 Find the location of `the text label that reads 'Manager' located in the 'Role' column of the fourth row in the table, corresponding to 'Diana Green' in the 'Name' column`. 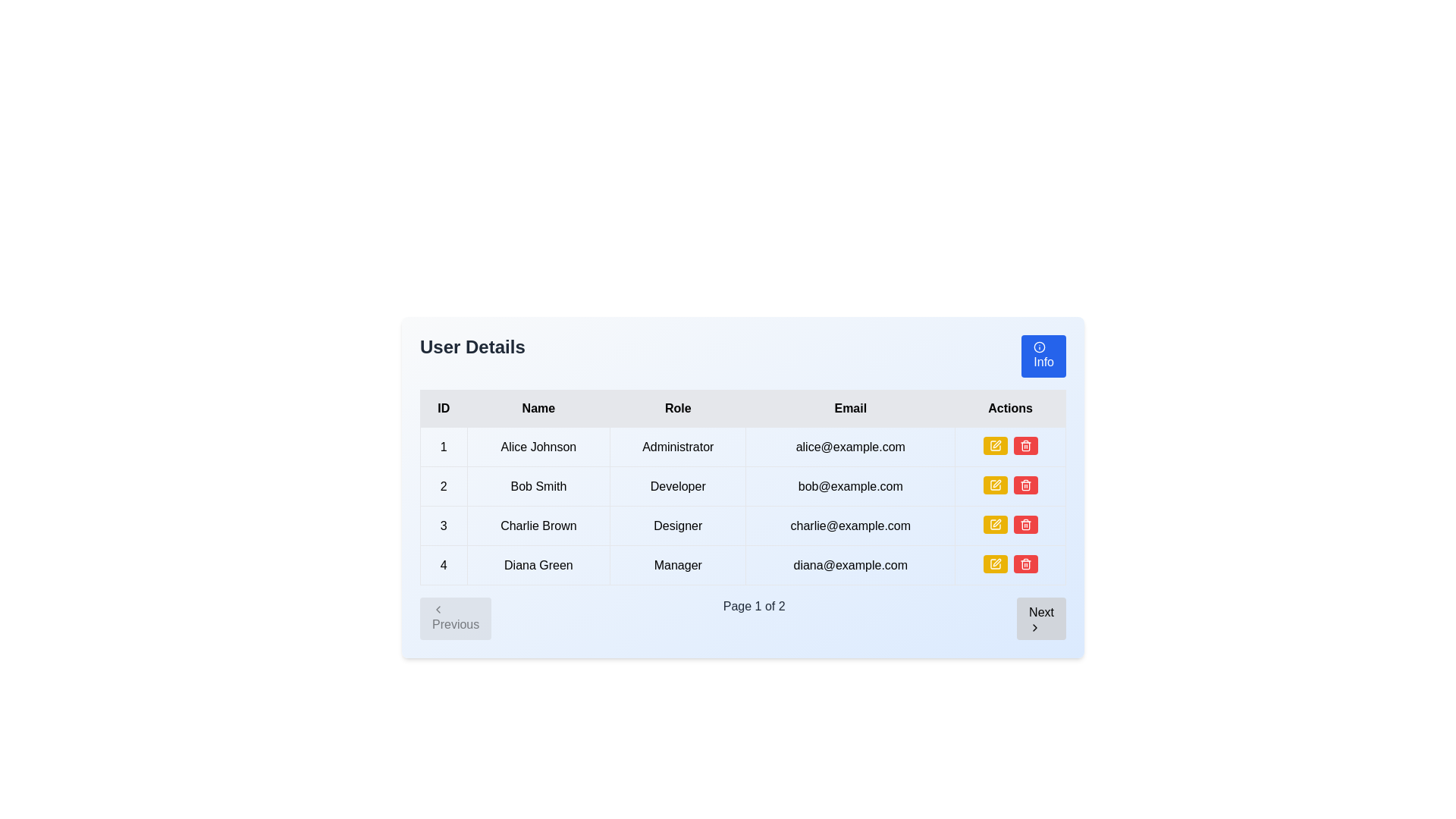

the text label that reads 'Manager' located in the 'Role' column of the fourth row in the table, corresponding to 'Diana Green' in the 'Name' column is located at coordinates (677, 565).